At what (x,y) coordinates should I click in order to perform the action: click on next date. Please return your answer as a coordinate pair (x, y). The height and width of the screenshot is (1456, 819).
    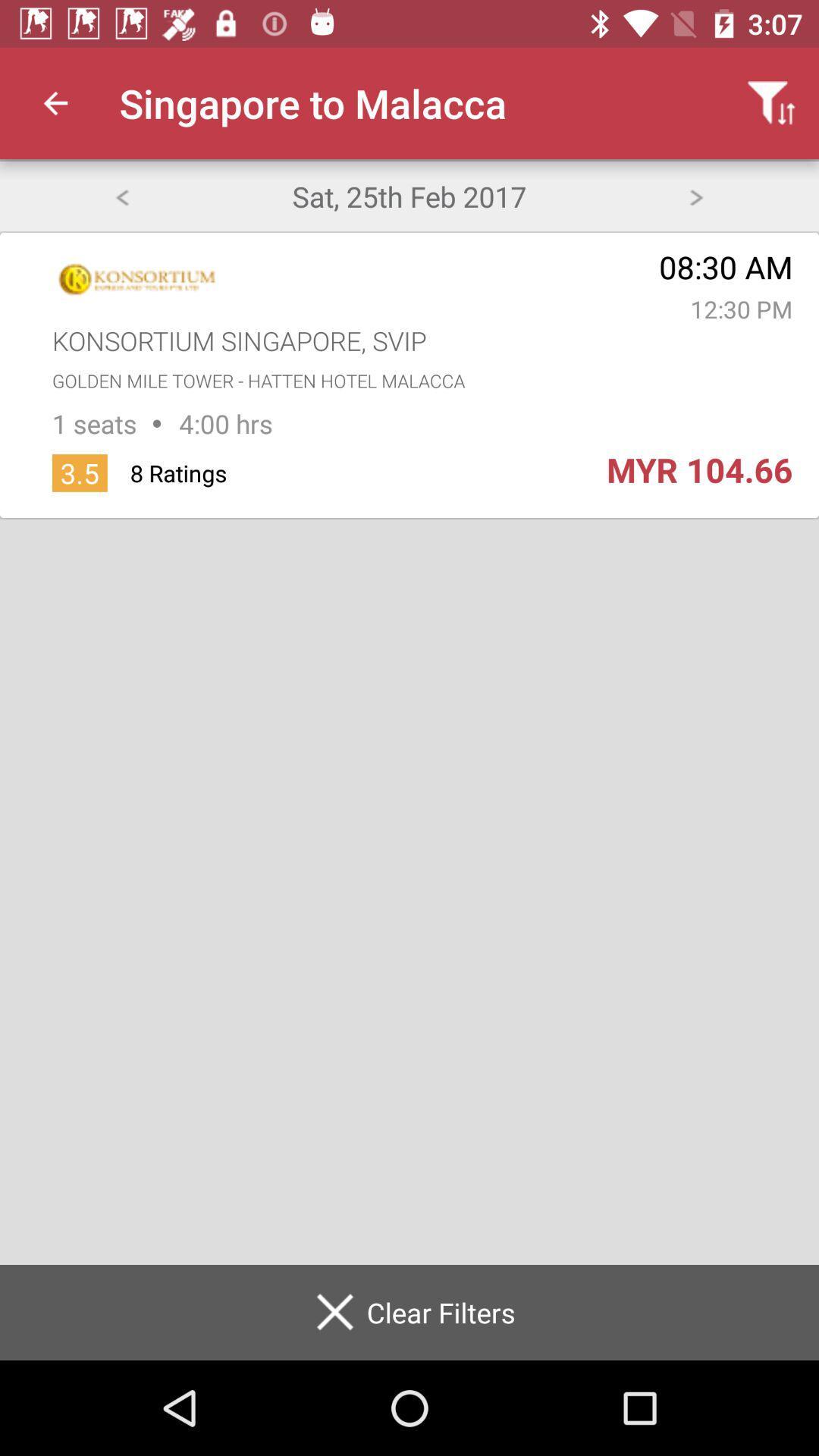
    Looking at the image, I should click on (696, 195).